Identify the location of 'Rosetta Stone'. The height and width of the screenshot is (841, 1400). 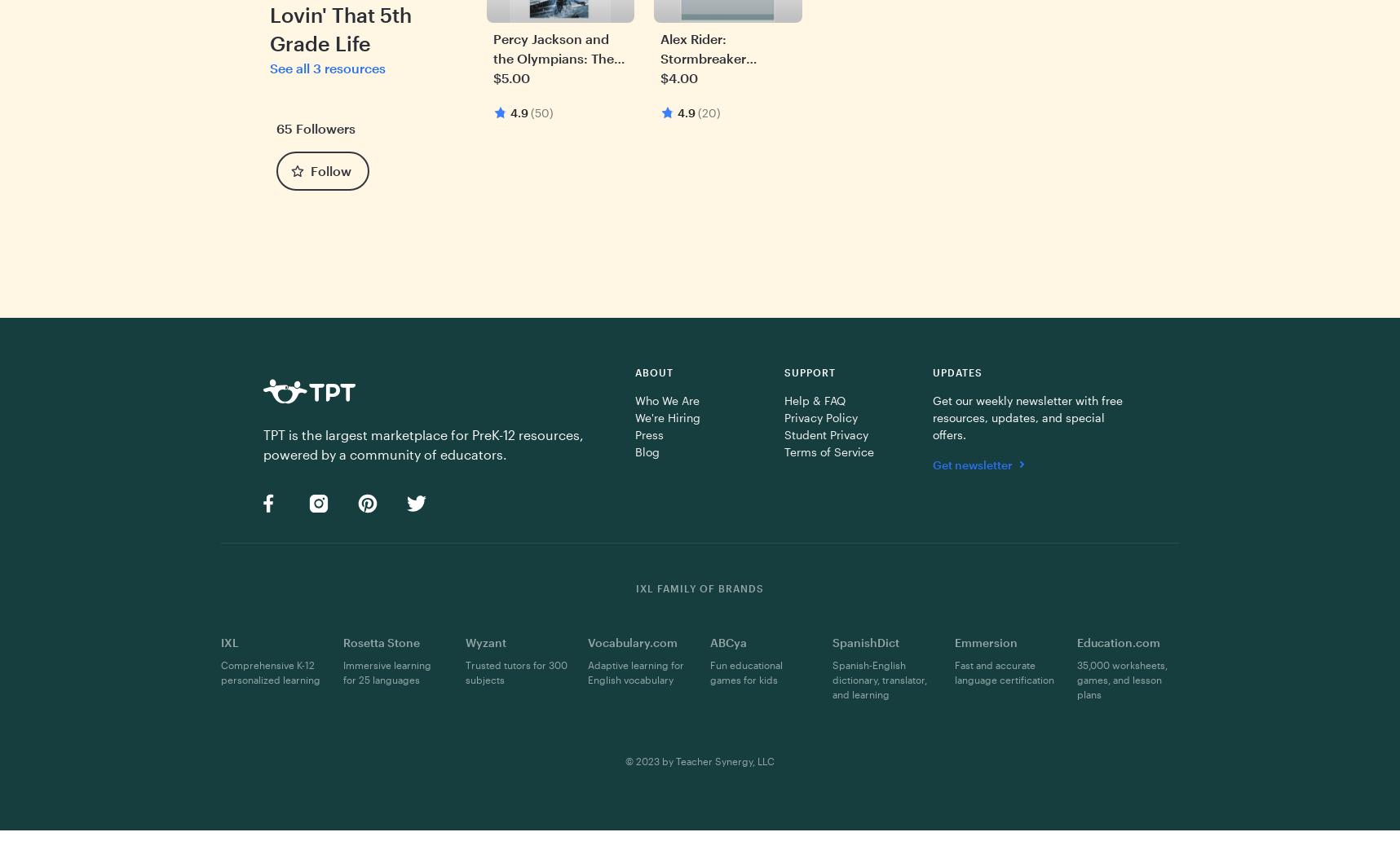
(380, 641).